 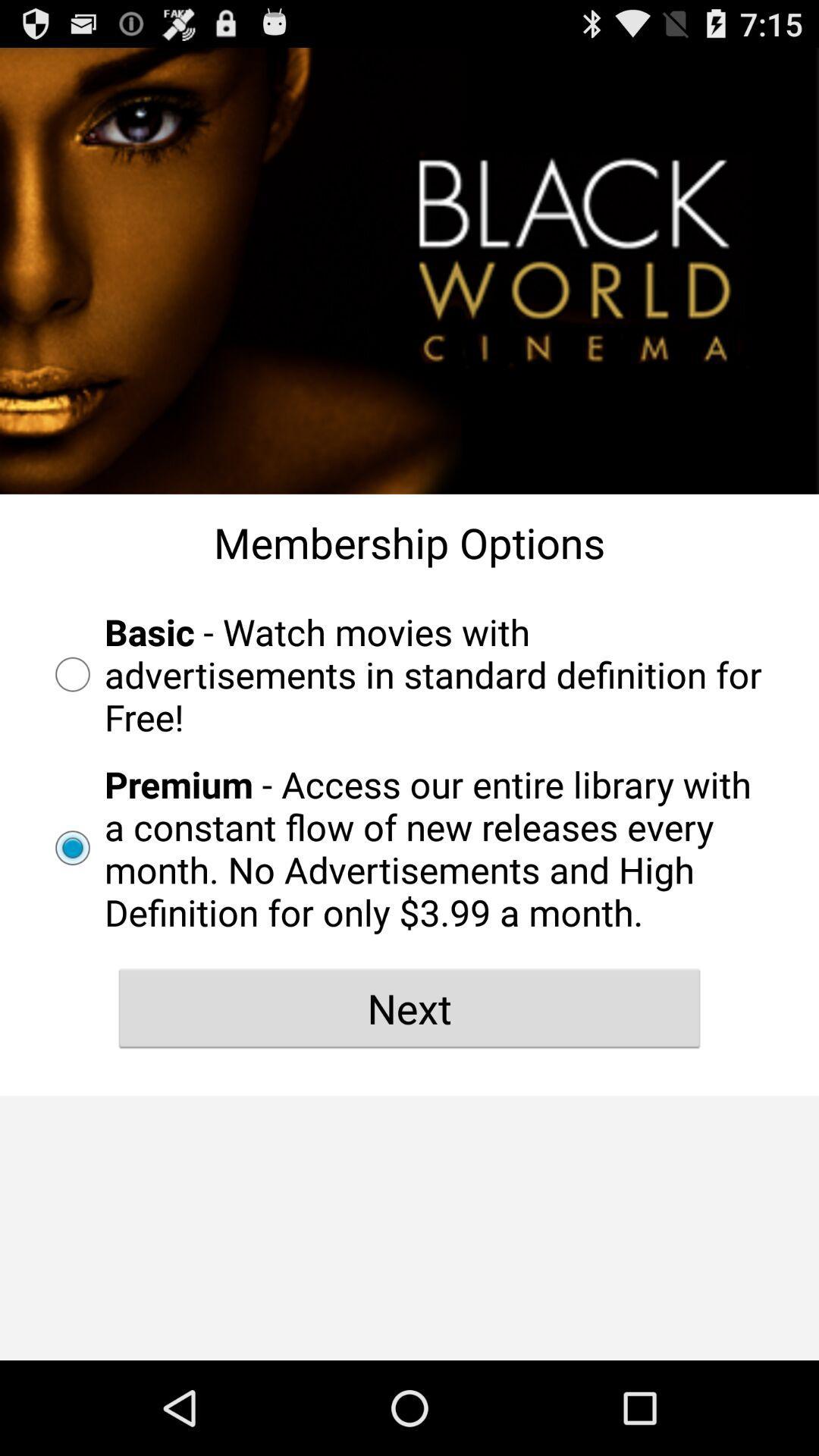 What do you see at coordinates (409, 847) in the screenshot?
I see `the radio button below the basic watch movies radio button` at bounding box center [409, 847].